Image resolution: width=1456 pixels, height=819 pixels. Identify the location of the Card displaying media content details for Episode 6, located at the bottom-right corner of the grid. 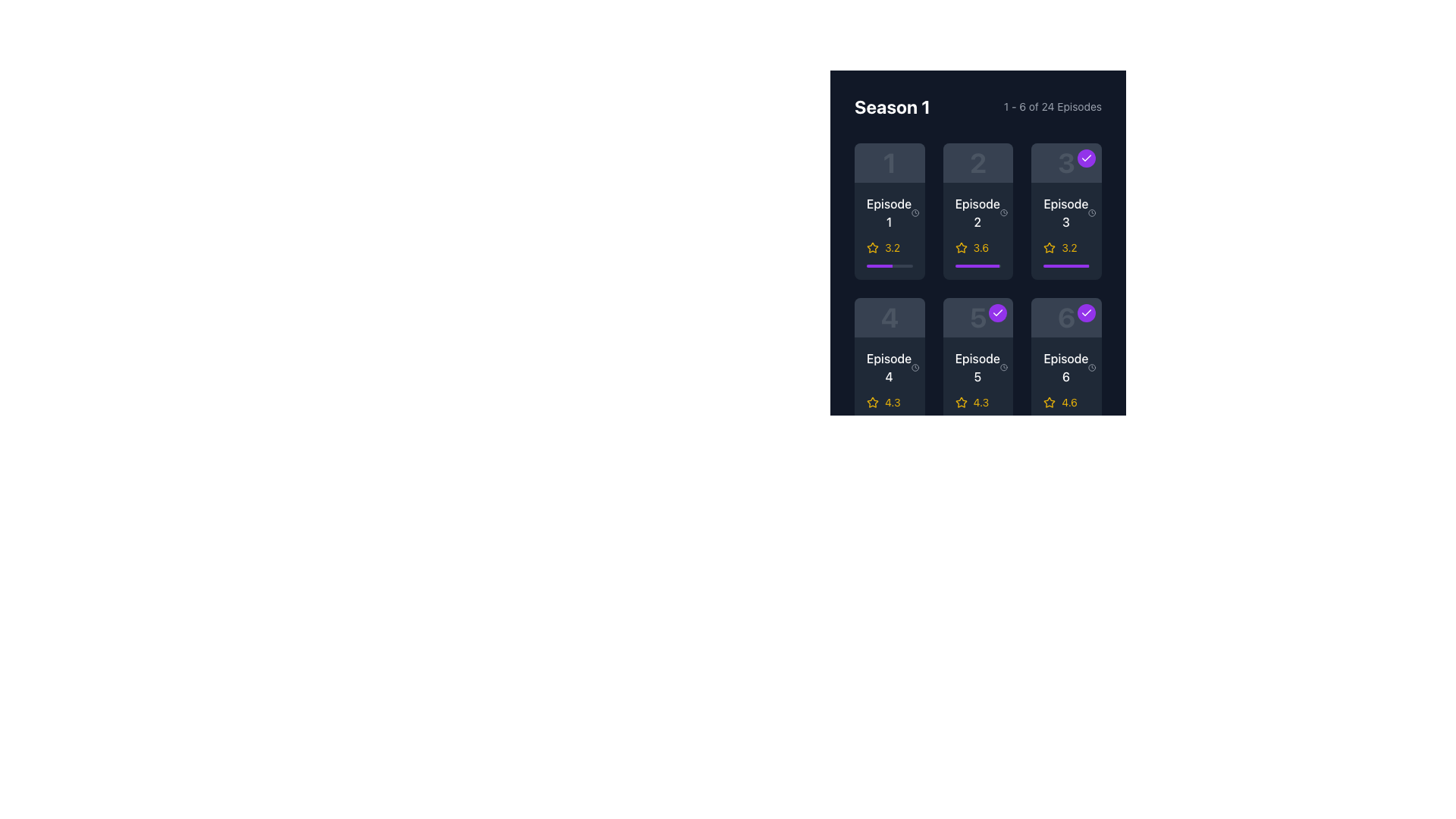
(1065, 385).